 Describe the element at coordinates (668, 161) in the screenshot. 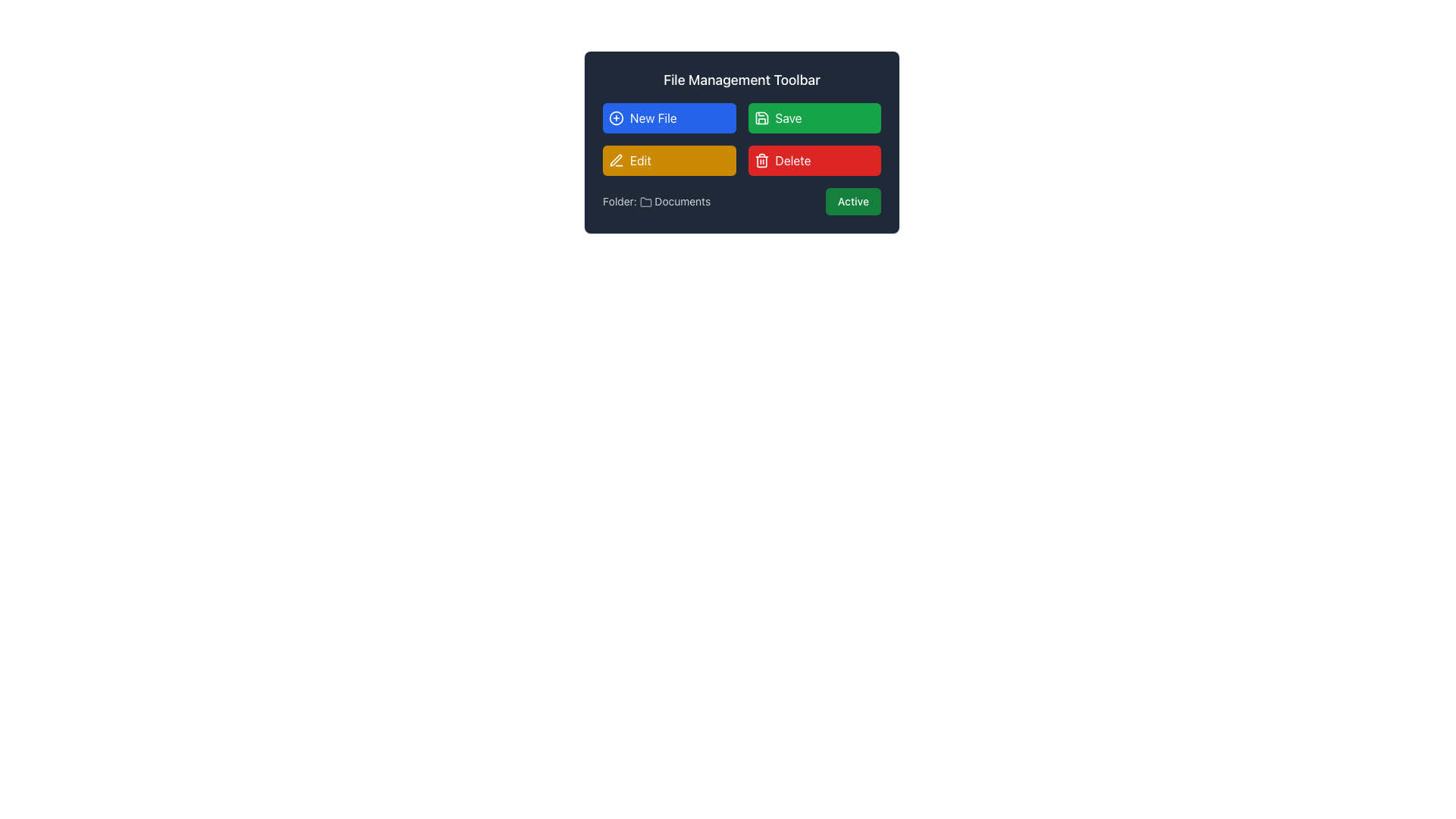

I see `the 'Edit' button located in the second row and first column of the grid layout` at that location.